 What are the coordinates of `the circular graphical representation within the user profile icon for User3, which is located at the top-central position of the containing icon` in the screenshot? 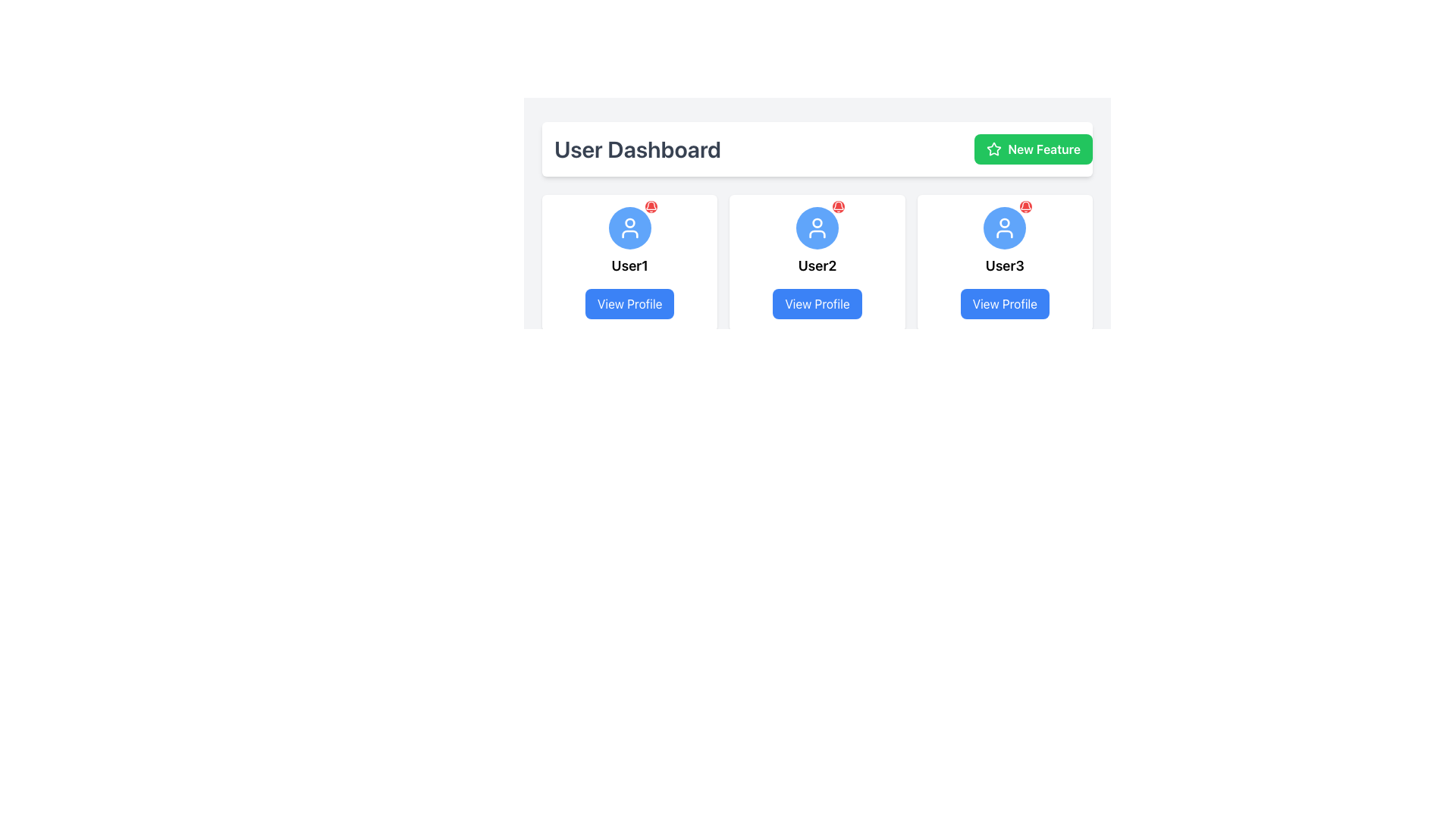 It's located at (816, 223).